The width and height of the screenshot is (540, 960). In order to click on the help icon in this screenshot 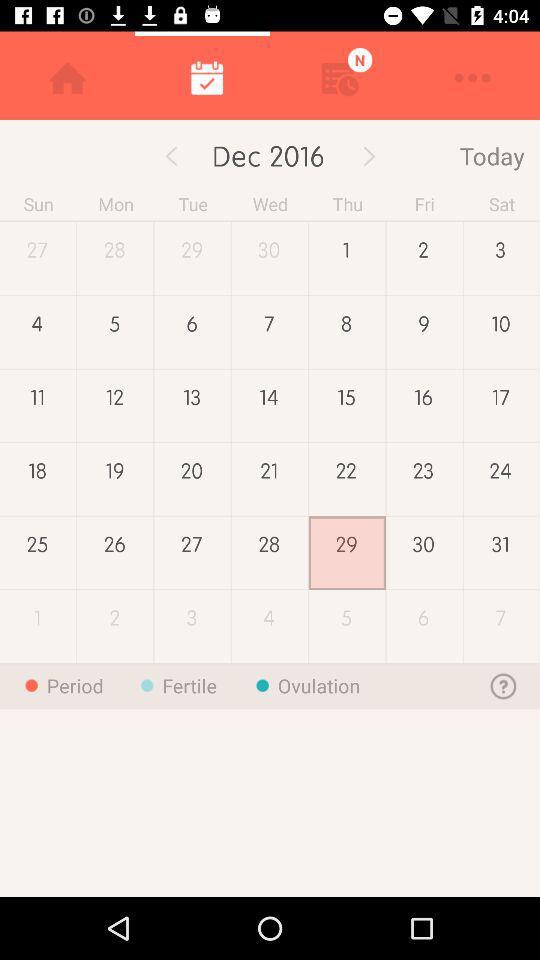, I will do `click(503, 685)`.